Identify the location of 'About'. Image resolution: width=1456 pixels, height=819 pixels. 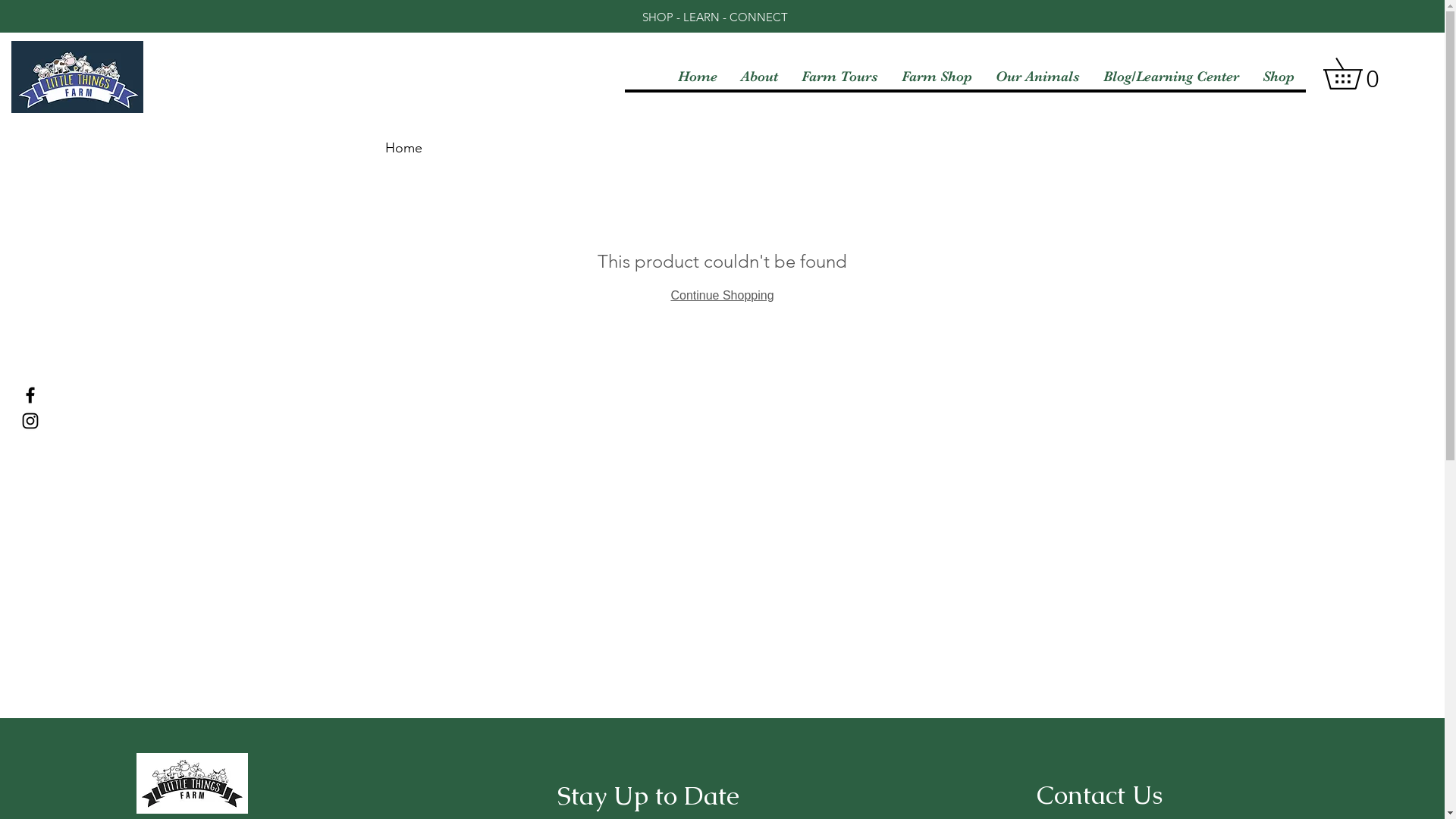
(759, 76).